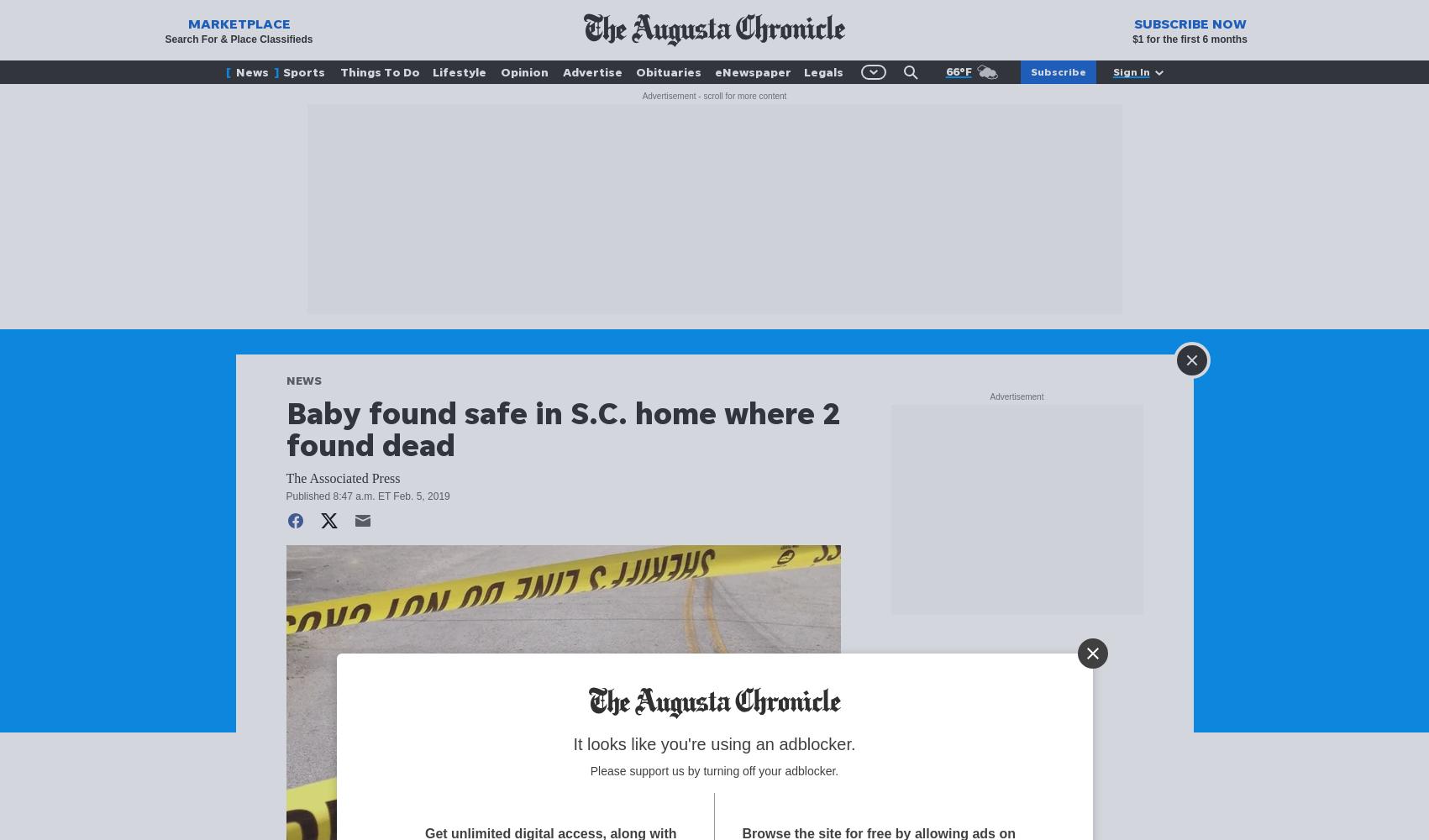  What do you see at coordinates (713, 744) in the screenshot?
I see `'It looks like you're using an adblocker.'` at bounding box center [713, 744].